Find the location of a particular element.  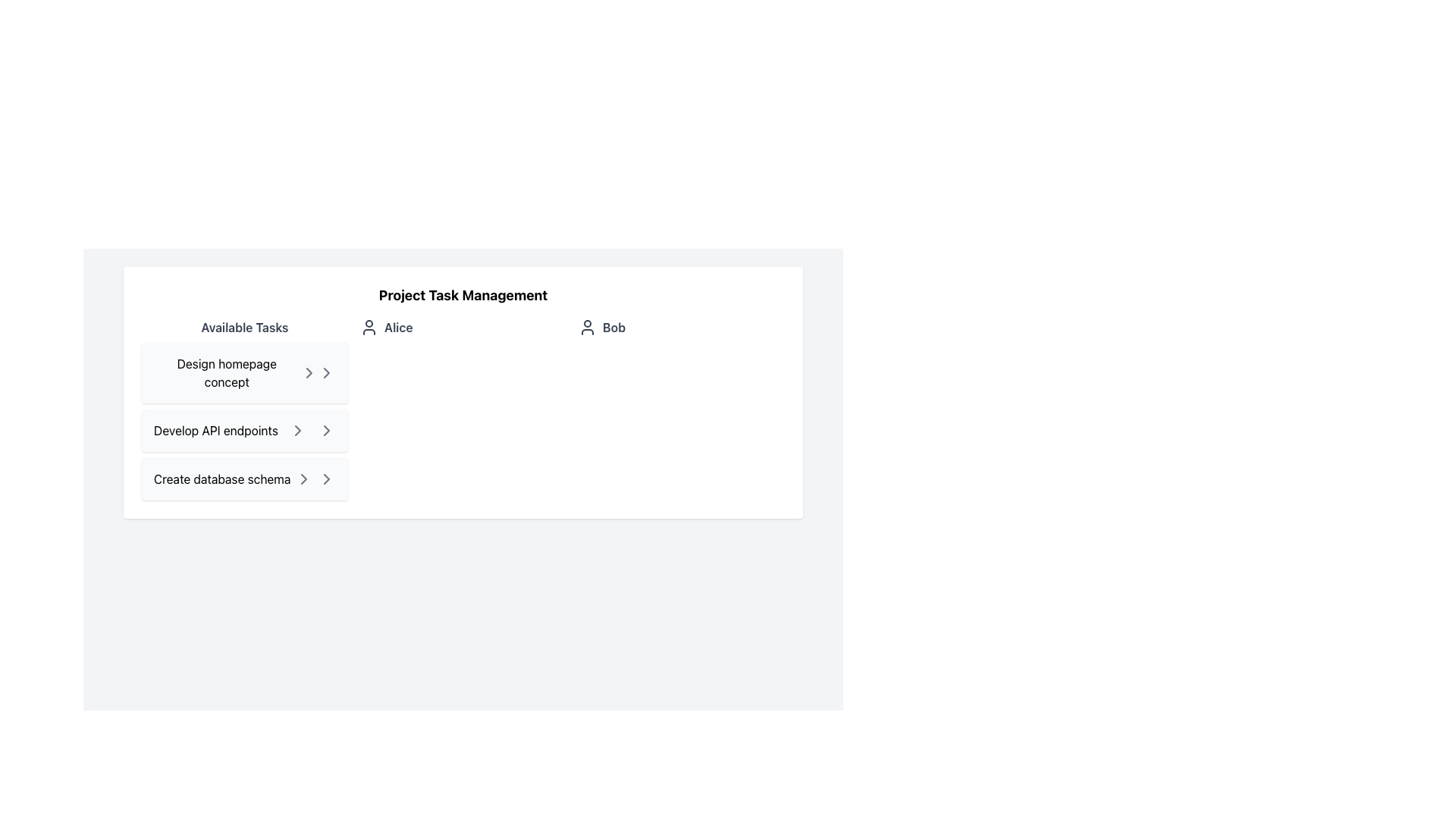

the rightward-pointing chevron icon, which is part of the 'Create database schema' option in the 'Available Tasks' section is located at coordinates (326, 479).